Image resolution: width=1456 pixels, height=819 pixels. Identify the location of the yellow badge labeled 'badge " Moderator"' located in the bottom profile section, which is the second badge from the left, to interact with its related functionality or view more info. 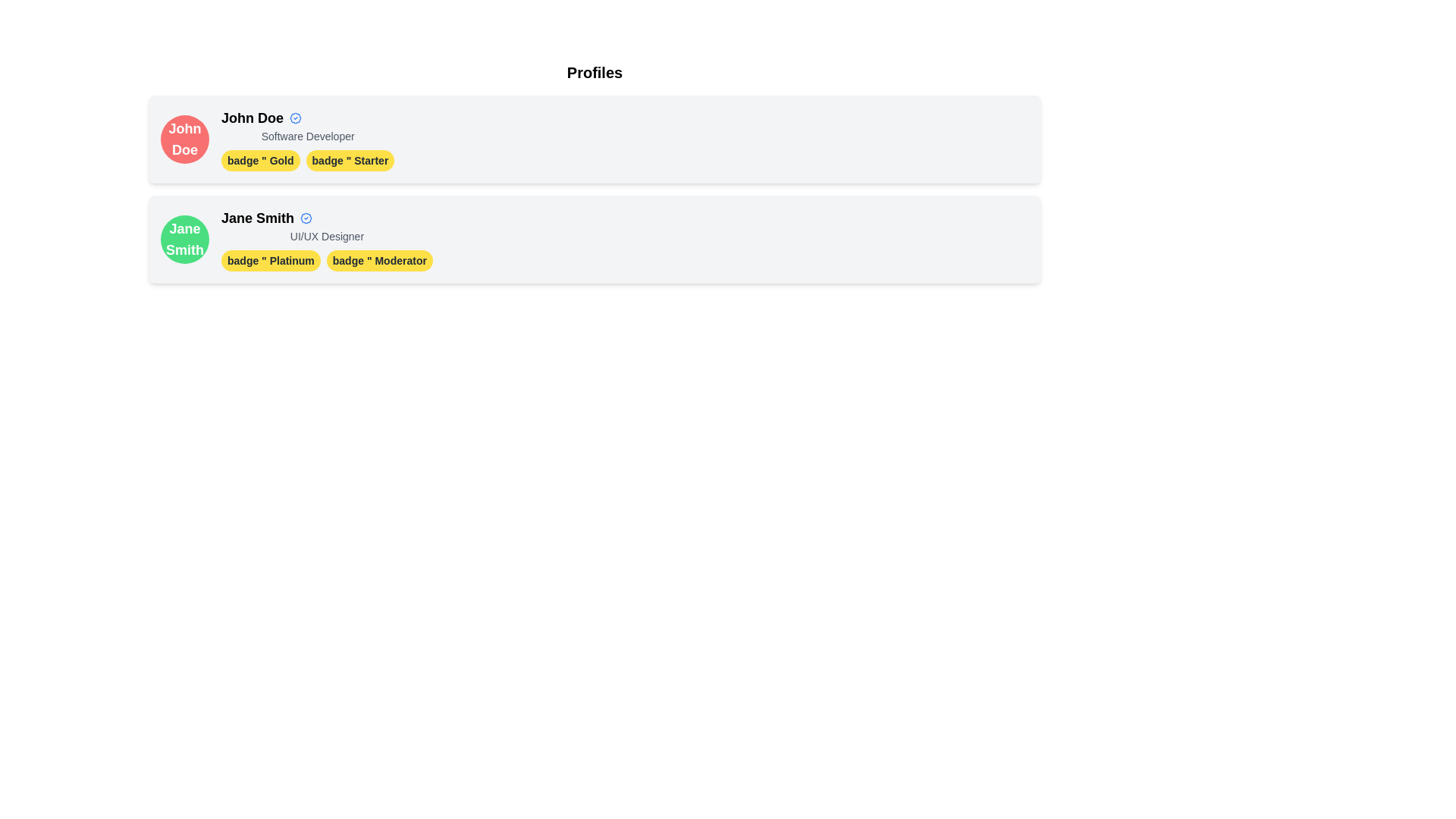
(379, 259).